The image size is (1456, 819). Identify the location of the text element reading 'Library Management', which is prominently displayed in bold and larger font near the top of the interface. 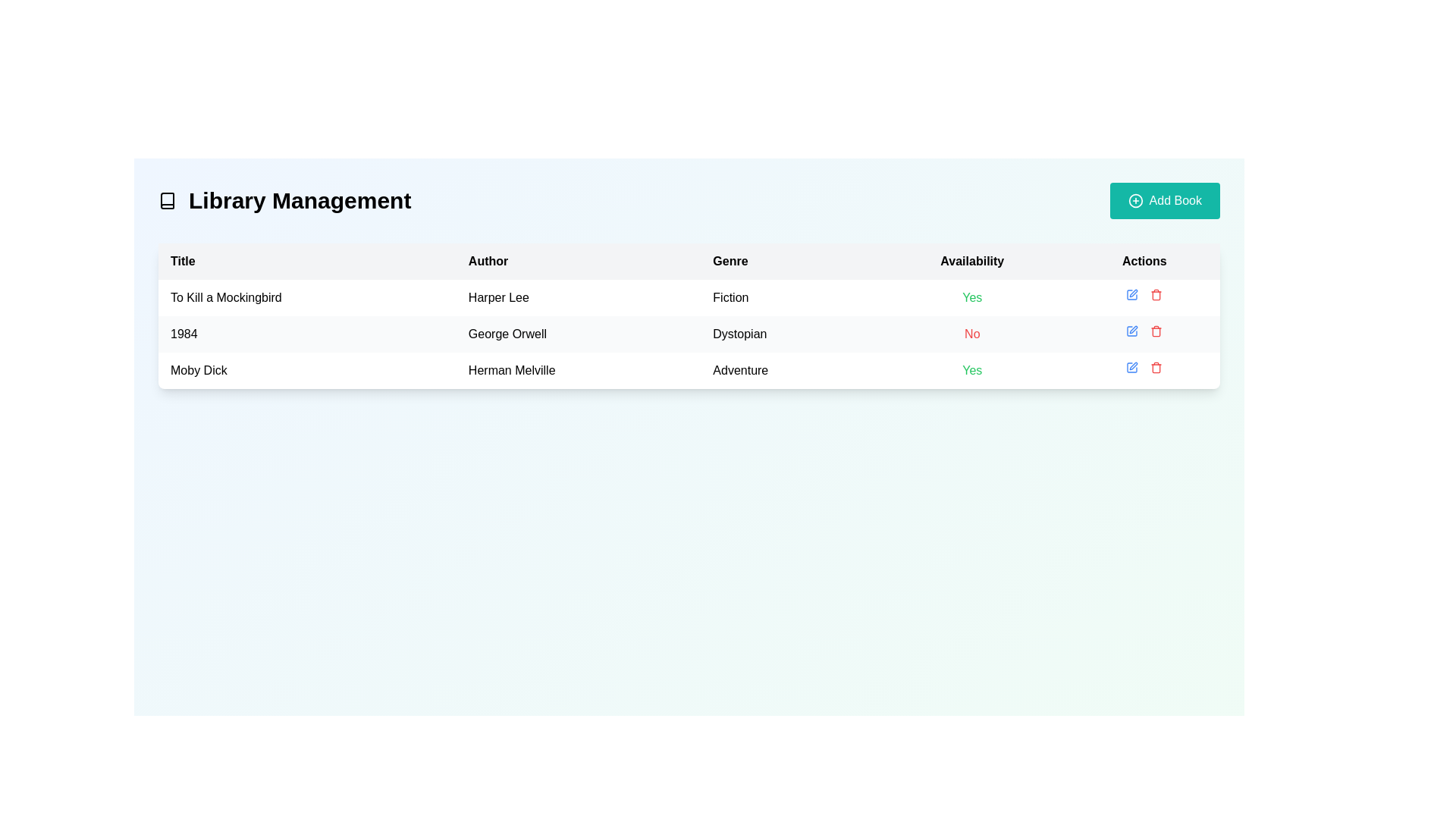
(300, 200).